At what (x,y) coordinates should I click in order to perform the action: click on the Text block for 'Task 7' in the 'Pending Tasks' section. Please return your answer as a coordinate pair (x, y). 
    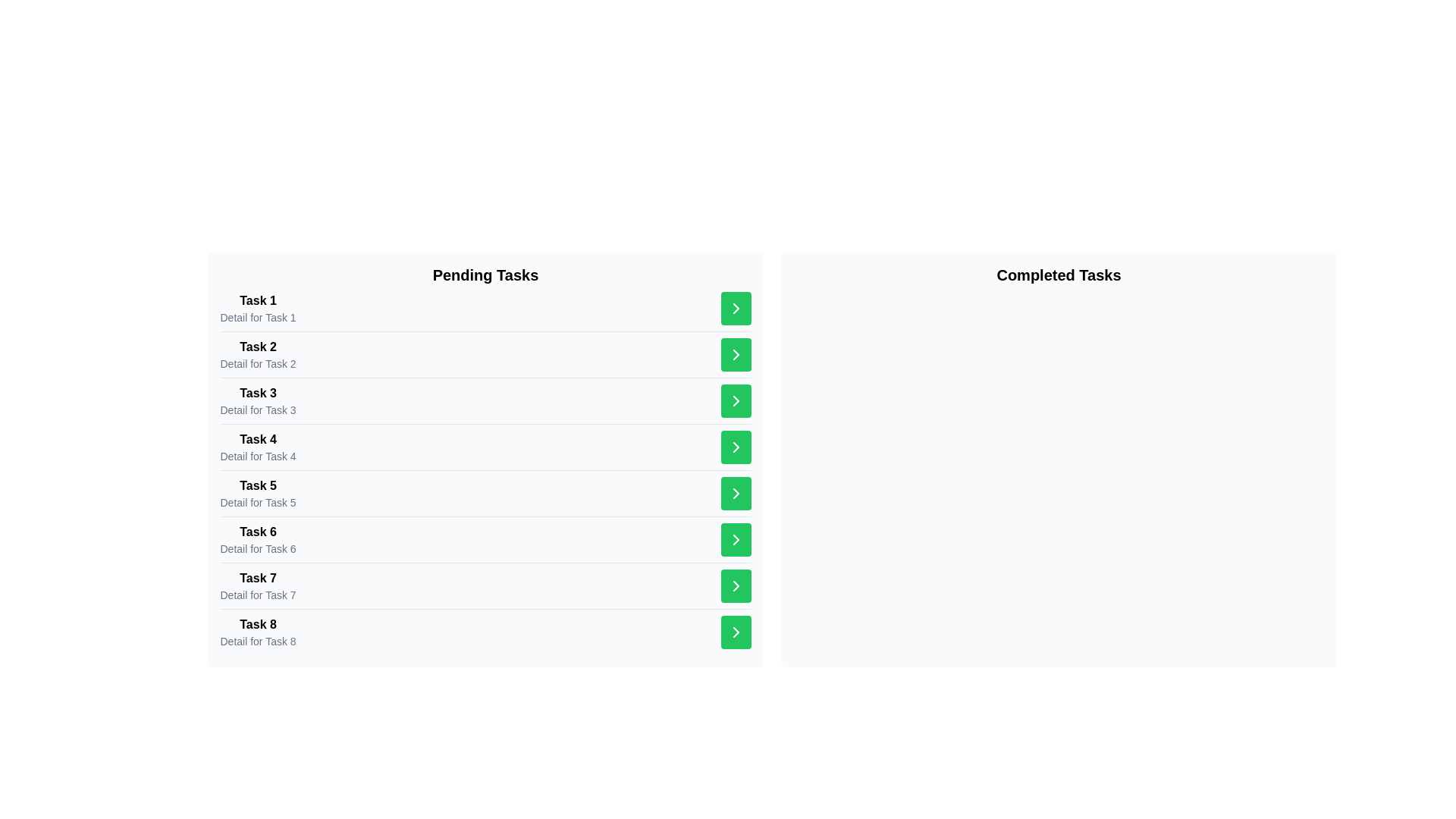
    Looking at the image, I should click on (258, 585).